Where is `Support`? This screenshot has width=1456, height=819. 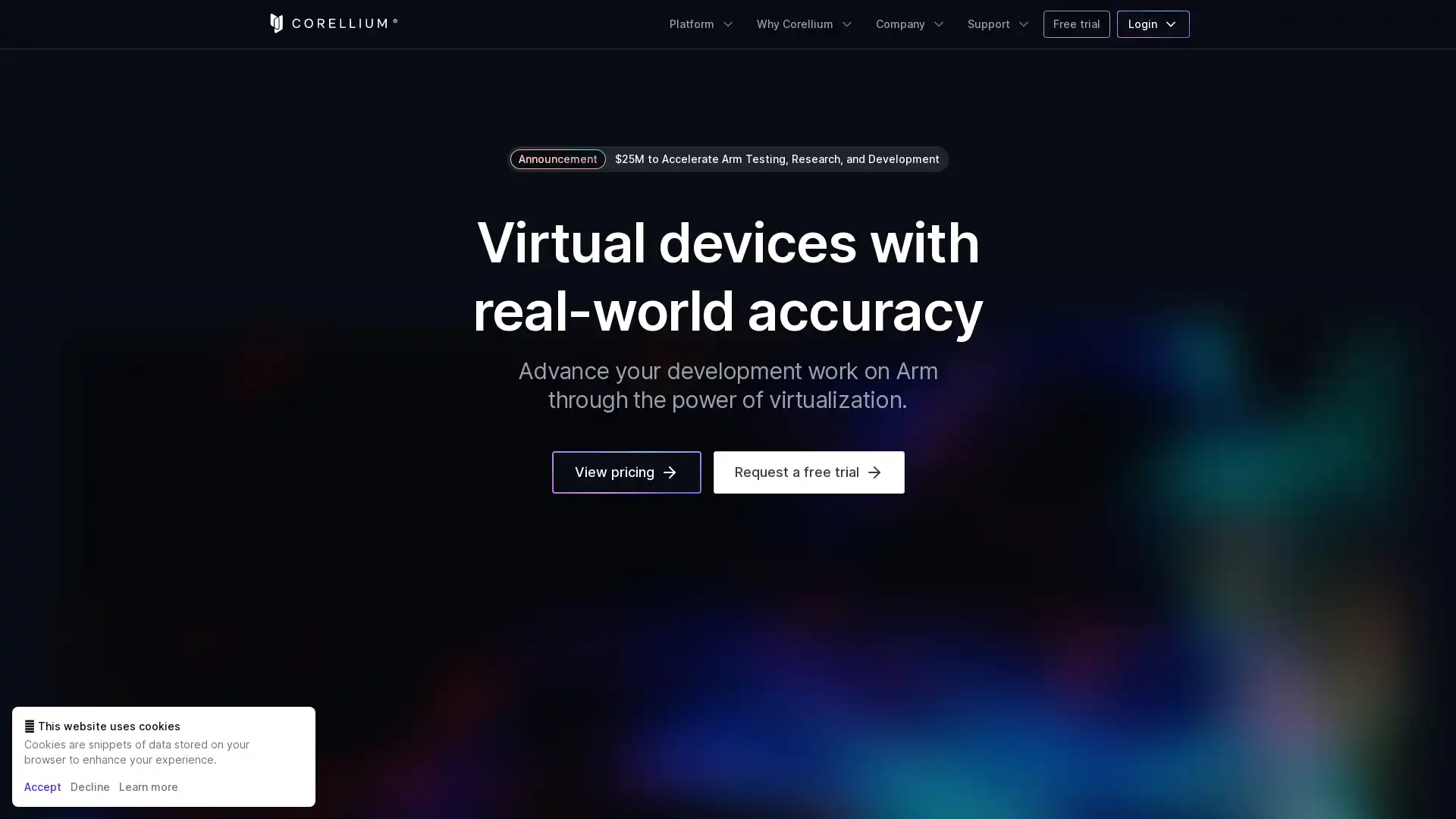
Support is located at coordinates (999, 24).